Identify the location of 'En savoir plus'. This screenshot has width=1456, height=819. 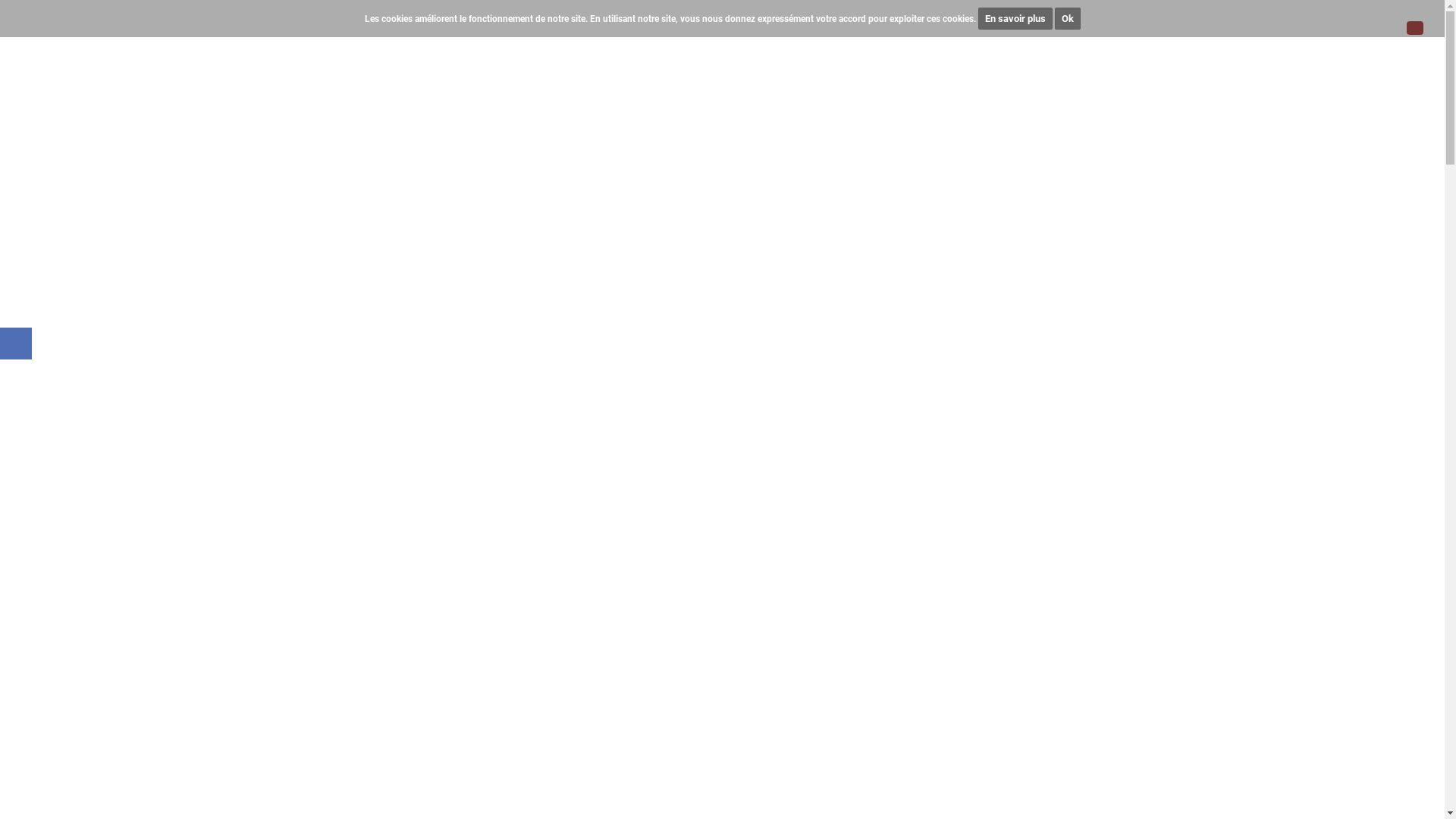
(1015, 18).